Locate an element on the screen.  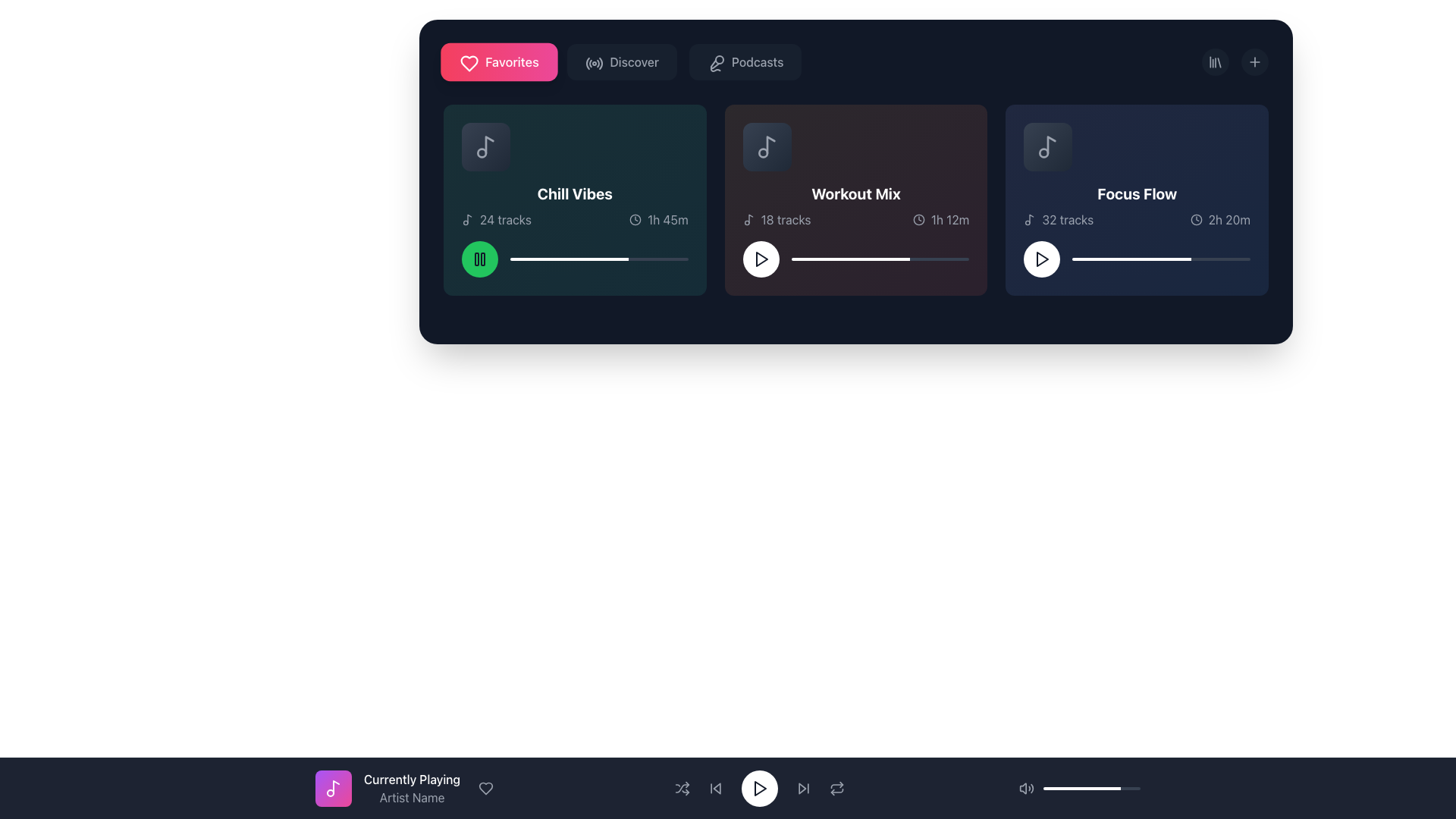
the 'Podcasts' button, which is styled with a dark background, lighter text, and features a microphone icon is located at coordinates (745, 61).